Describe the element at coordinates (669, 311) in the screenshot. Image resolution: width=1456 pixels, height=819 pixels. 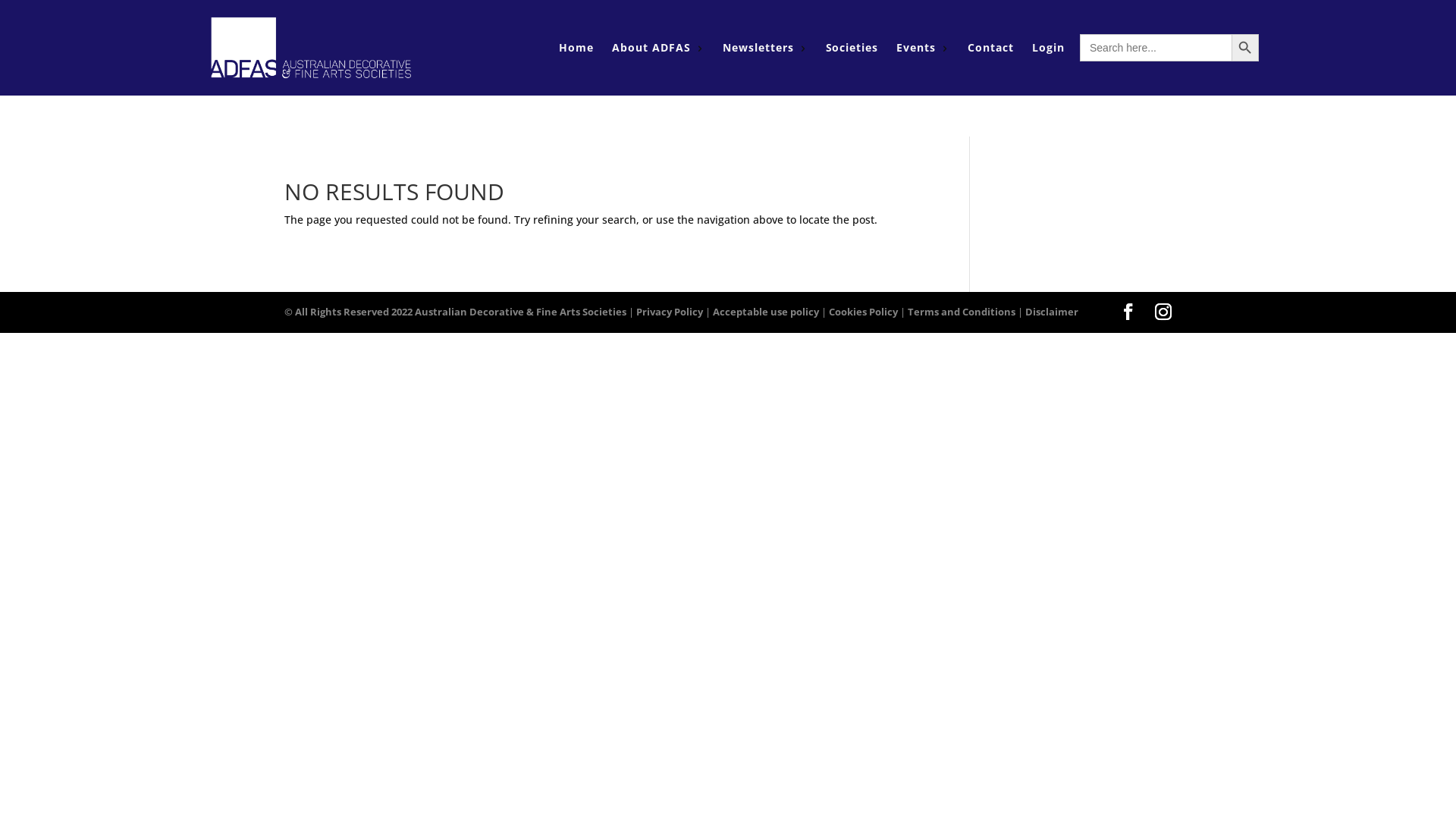
I see `'Privacy Policy'` at that location.